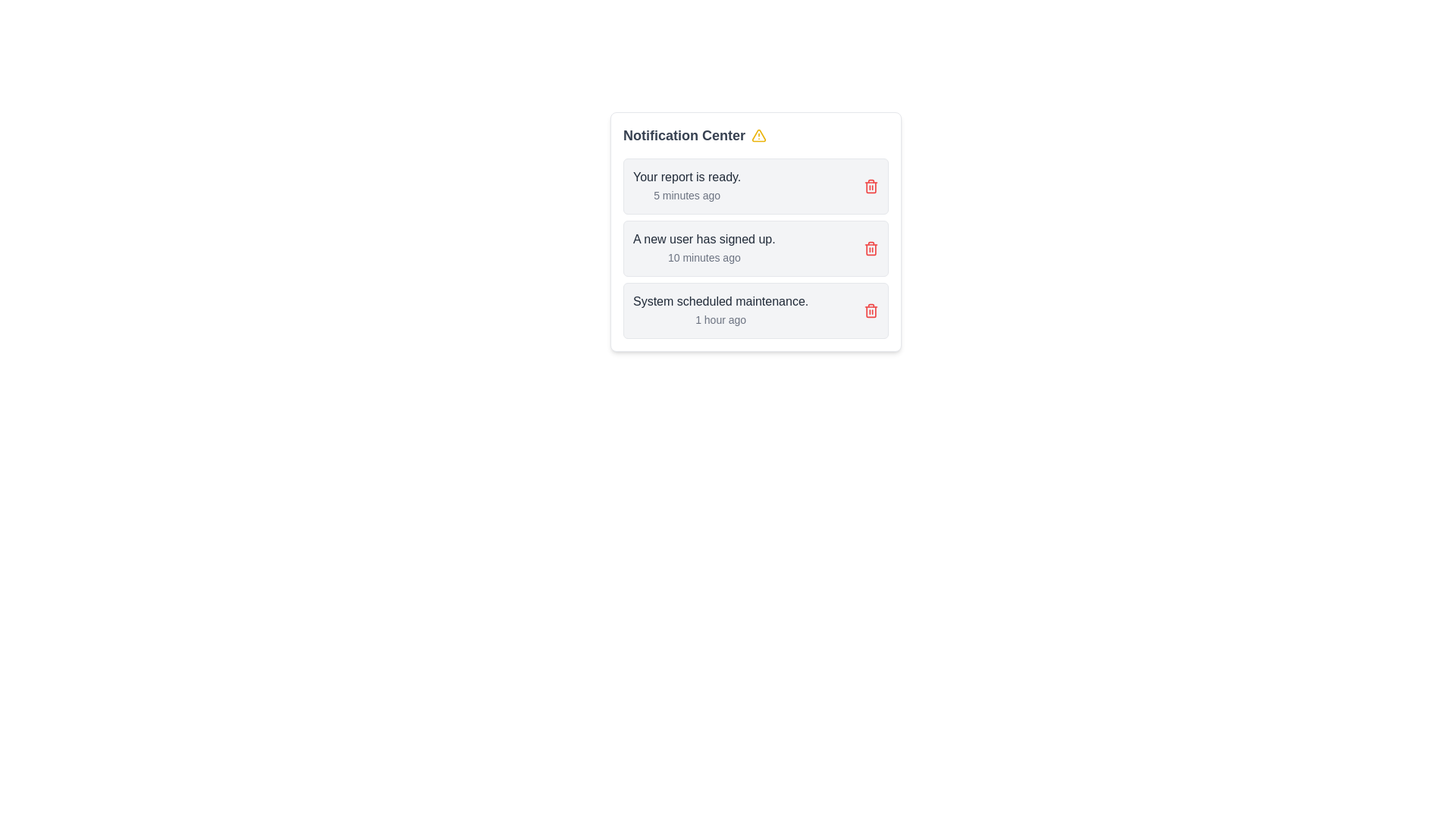  Describe the element at coordinates (756, 309) in the screenshot. I see `the third notification card in the Notification Center that displays a system update notification` at that location.